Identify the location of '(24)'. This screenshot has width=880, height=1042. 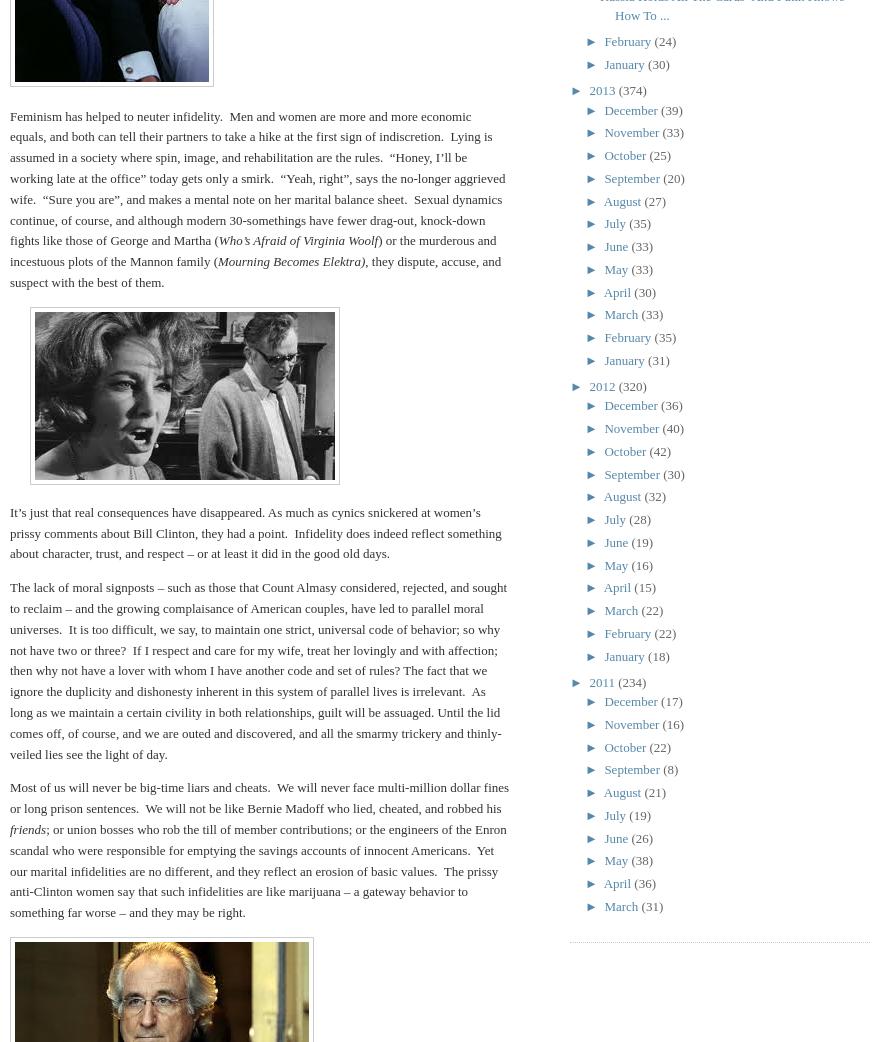
(664, 40).